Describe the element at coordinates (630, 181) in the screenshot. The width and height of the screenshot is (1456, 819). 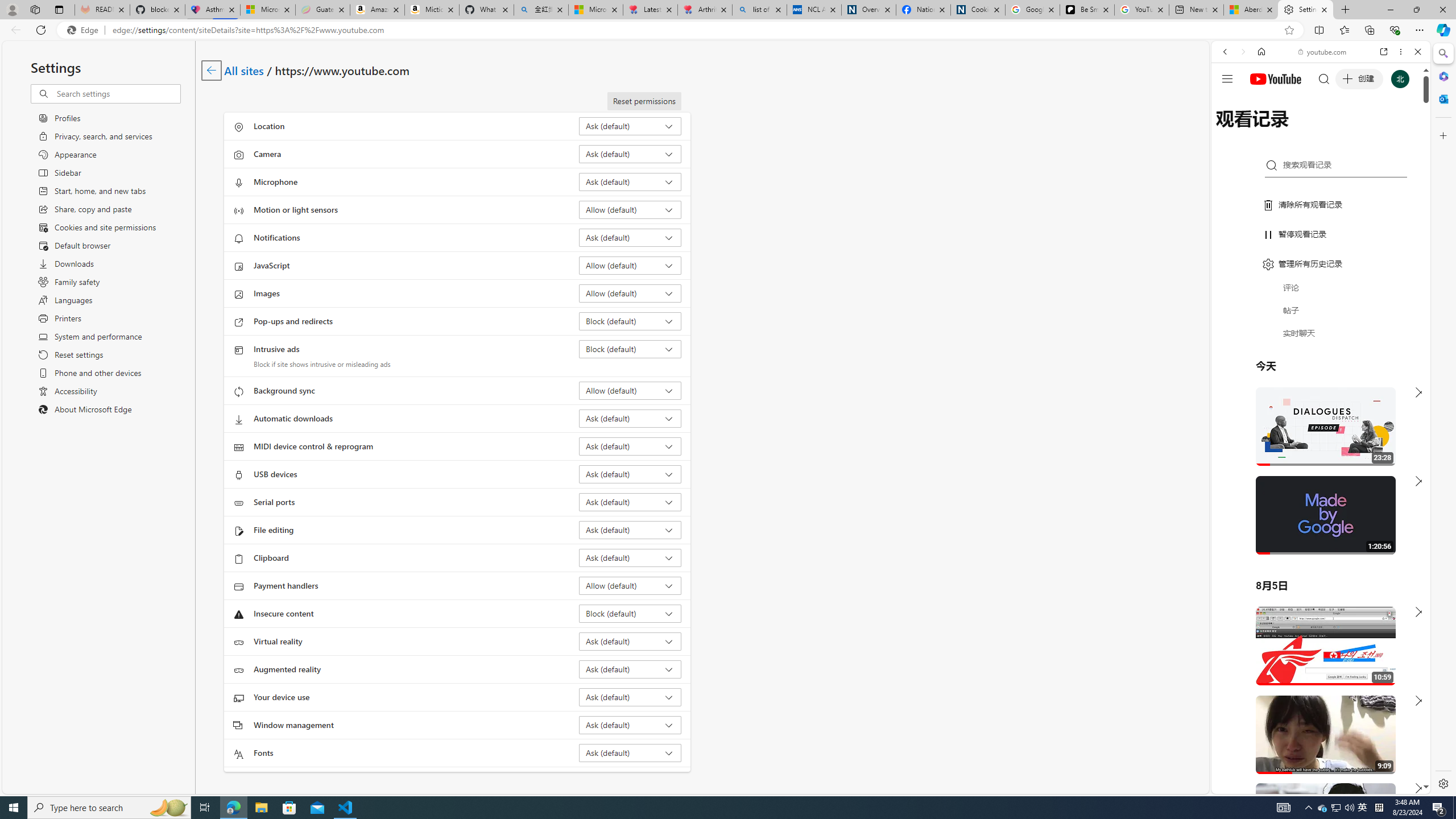
I see `'Microphone Ask (default)'` at that location.